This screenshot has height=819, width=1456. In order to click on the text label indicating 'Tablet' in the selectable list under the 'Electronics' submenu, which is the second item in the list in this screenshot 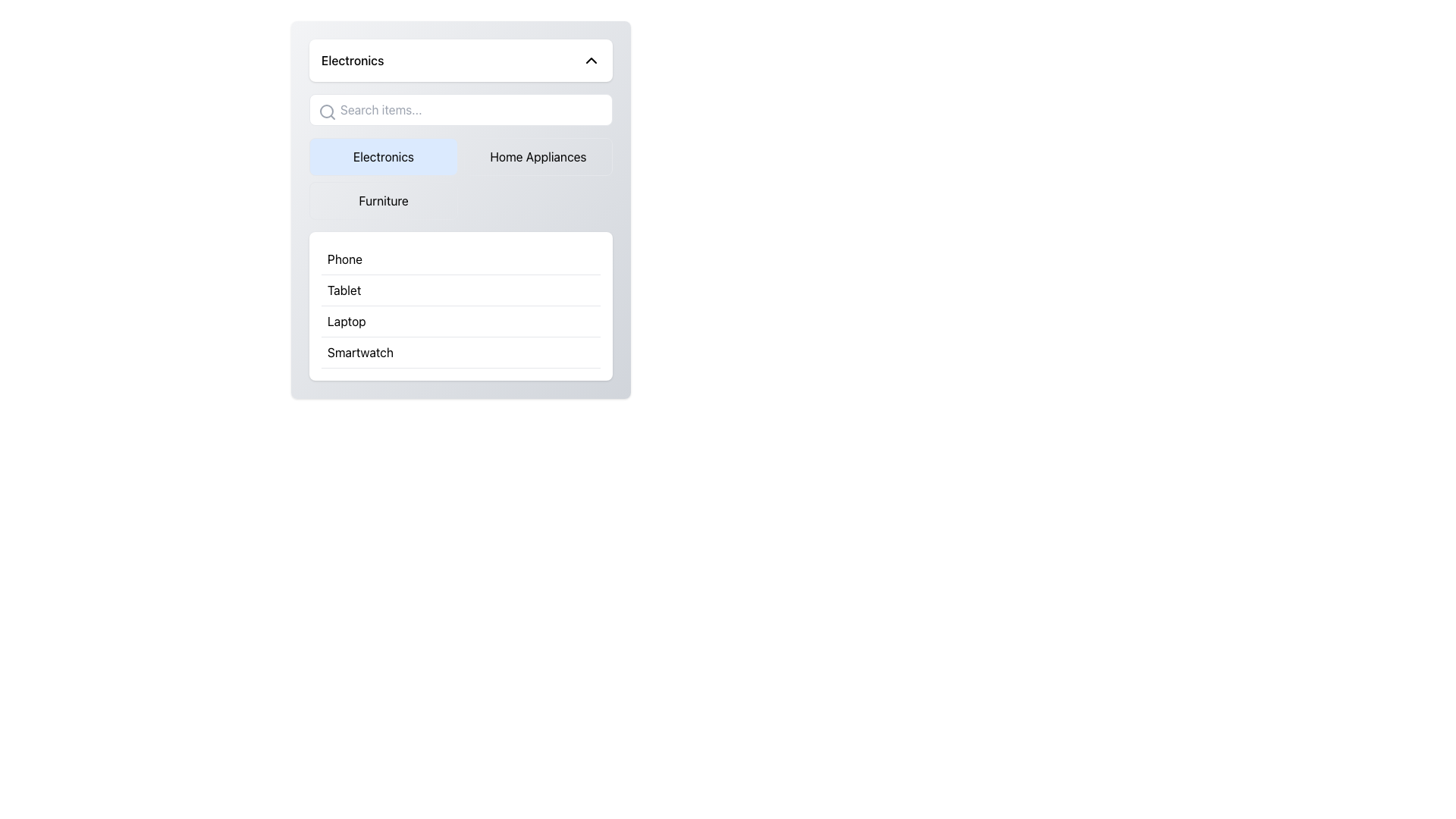, I will do `click(344, 290)`.